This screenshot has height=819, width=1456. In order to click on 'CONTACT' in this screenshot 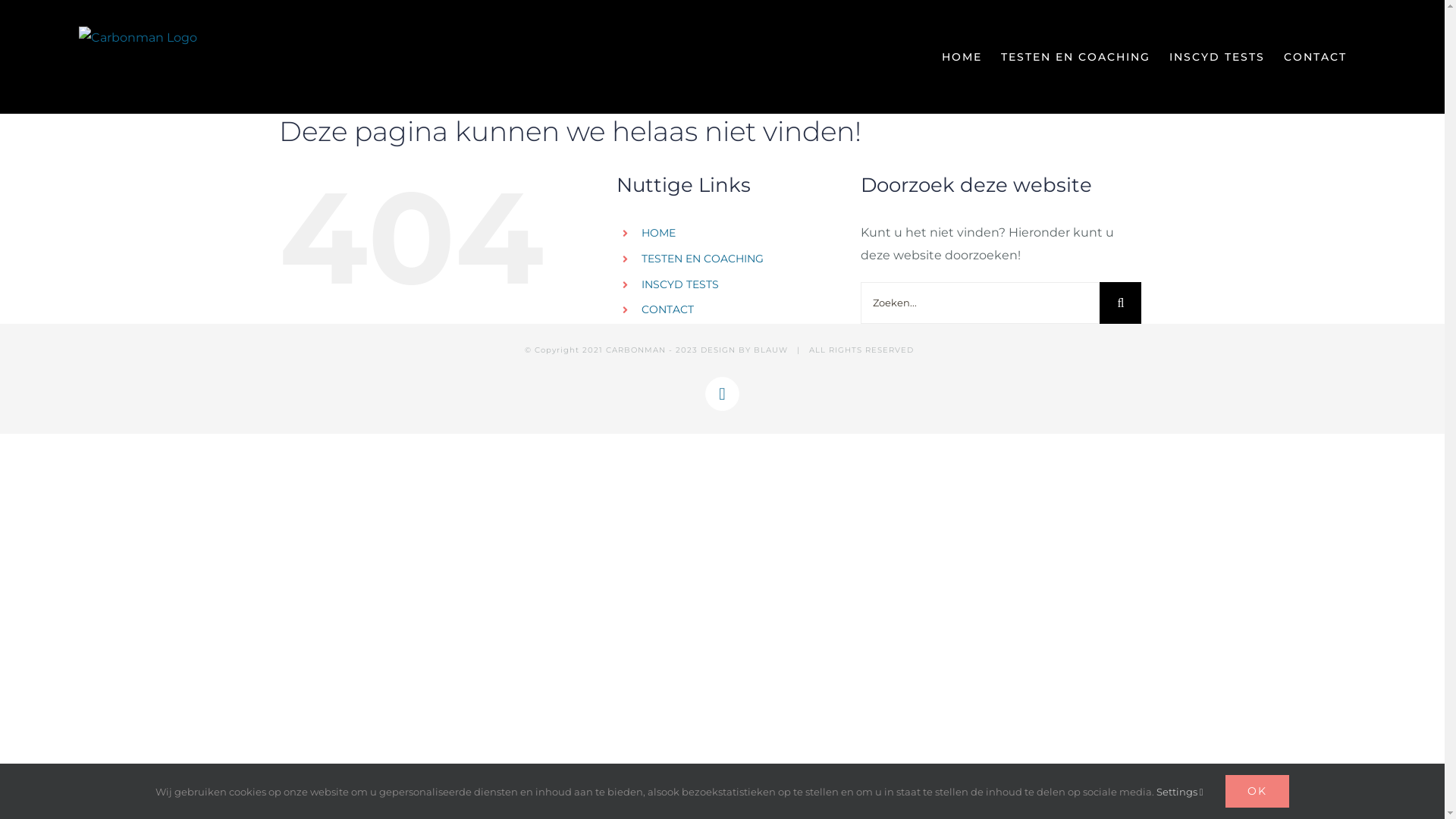, I will do `click(1283, 55)`.